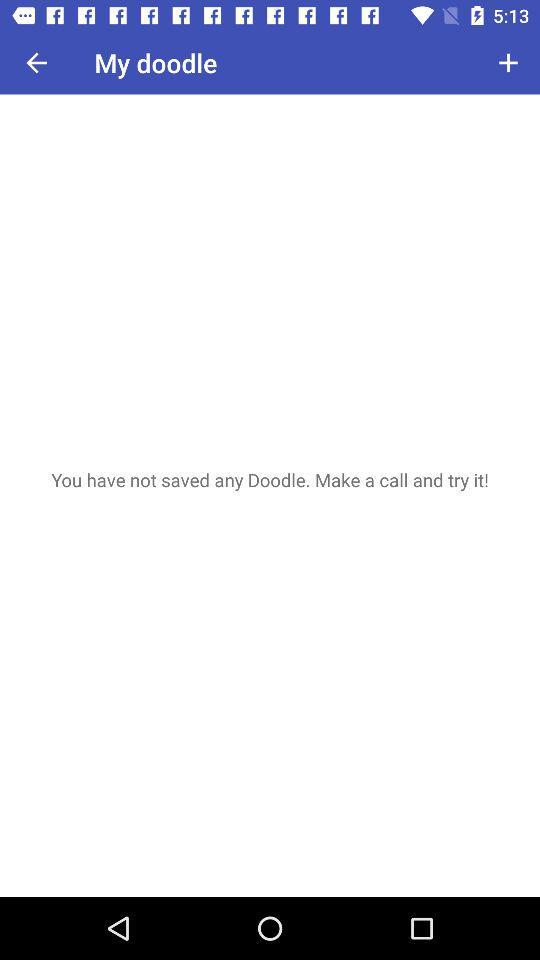 The width and height of the screenshot is (540, 960). I want to click on item to the left of the my doodle item, so click(36, 62).